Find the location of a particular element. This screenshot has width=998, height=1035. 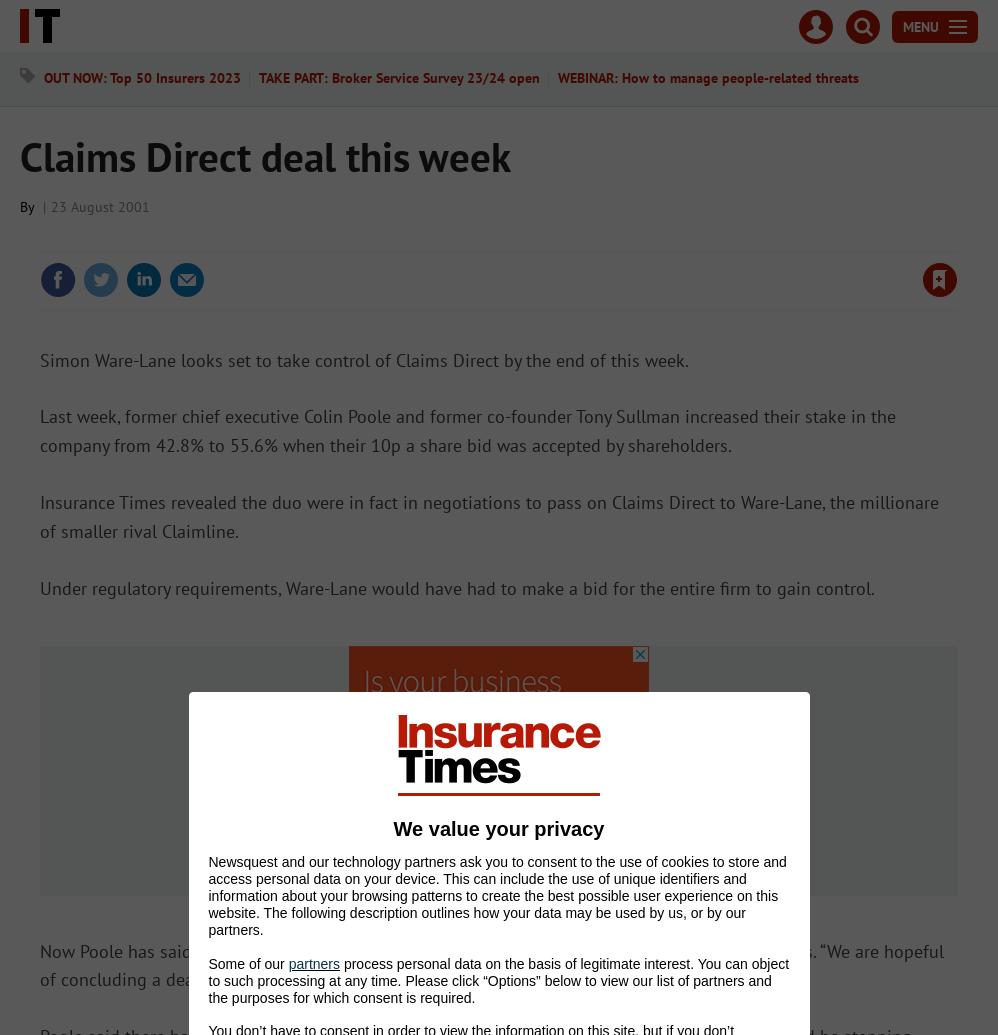

'Save article' is located at coordinates (912, 241).